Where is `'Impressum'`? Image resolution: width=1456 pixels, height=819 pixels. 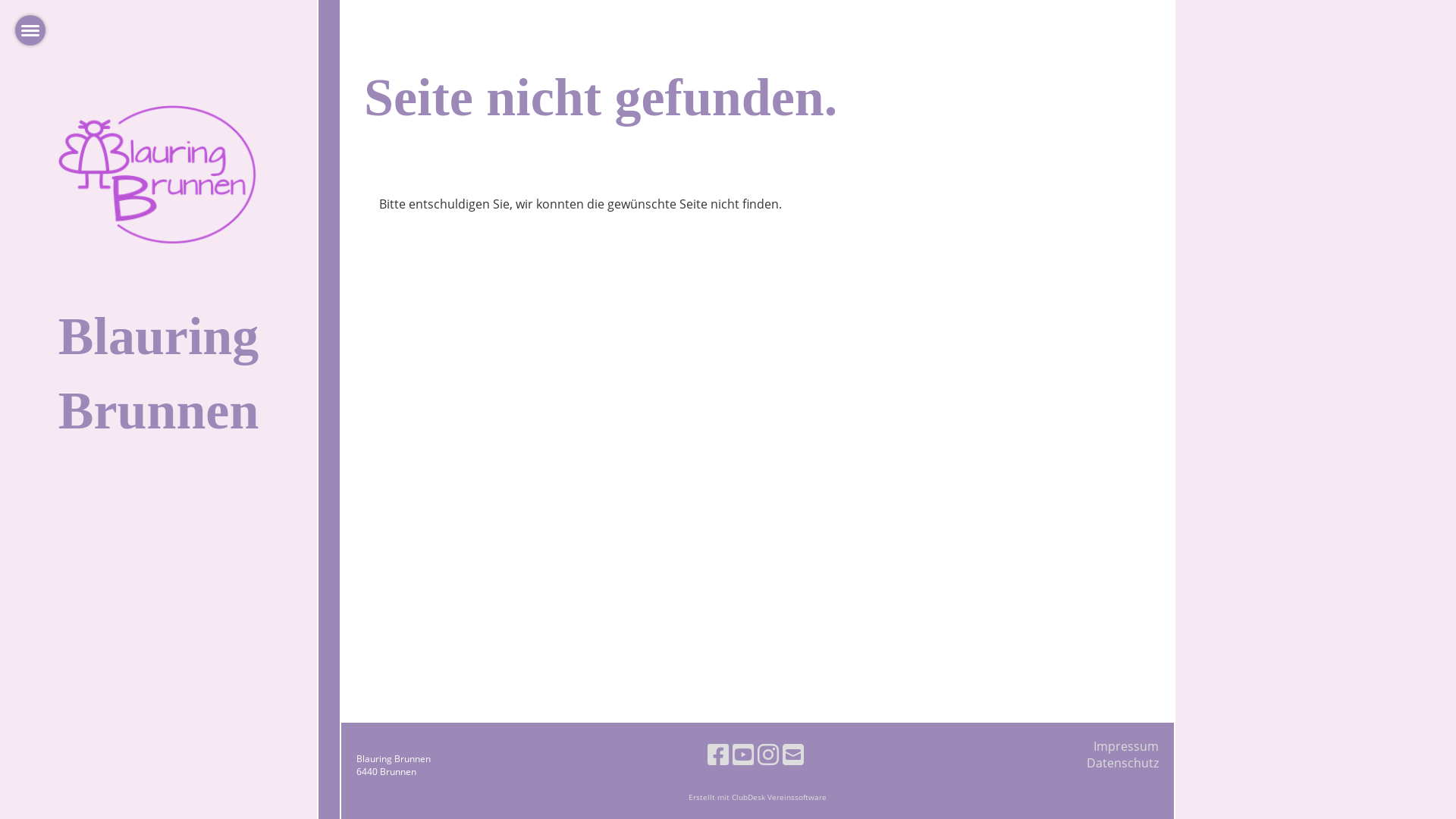 'Impressum' is located at coordinates (1125, 745).